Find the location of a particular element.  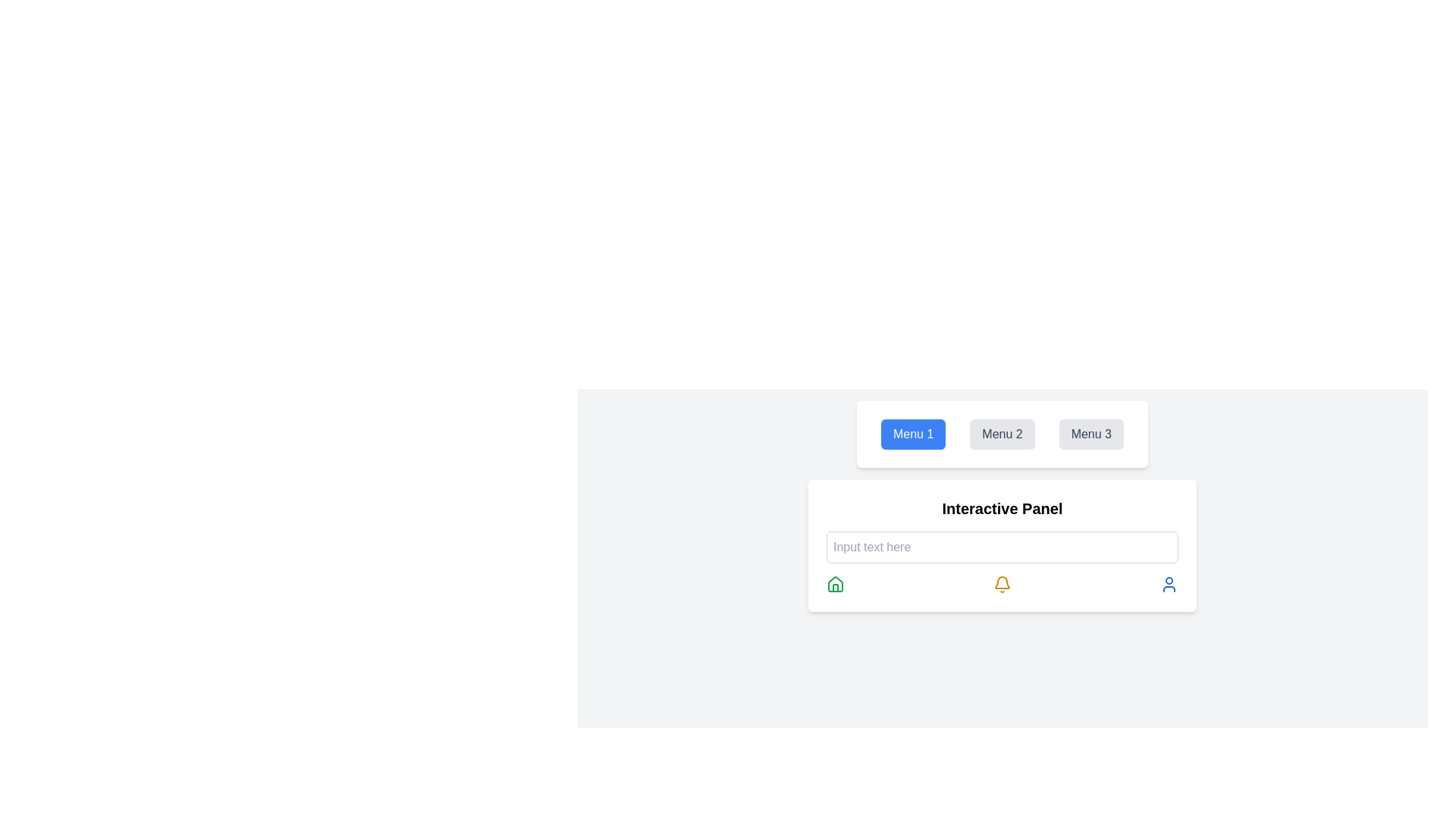

the yellowish bell icon representing notifications located at the bottom middle of the interactive panel is located at coordinates (1002, 582).